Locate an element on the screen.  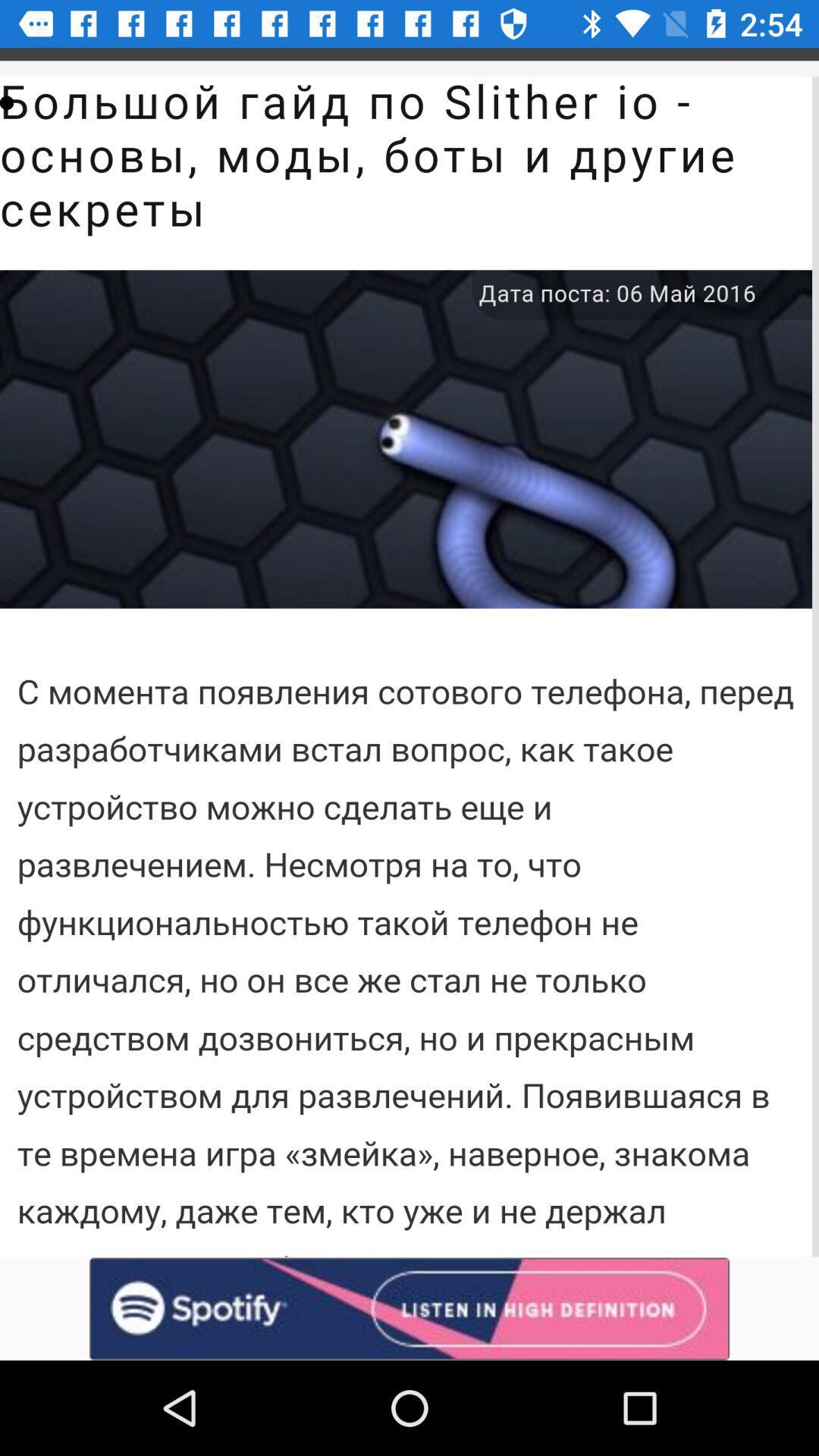
the volume icon is located at coordinates (512, 1319).